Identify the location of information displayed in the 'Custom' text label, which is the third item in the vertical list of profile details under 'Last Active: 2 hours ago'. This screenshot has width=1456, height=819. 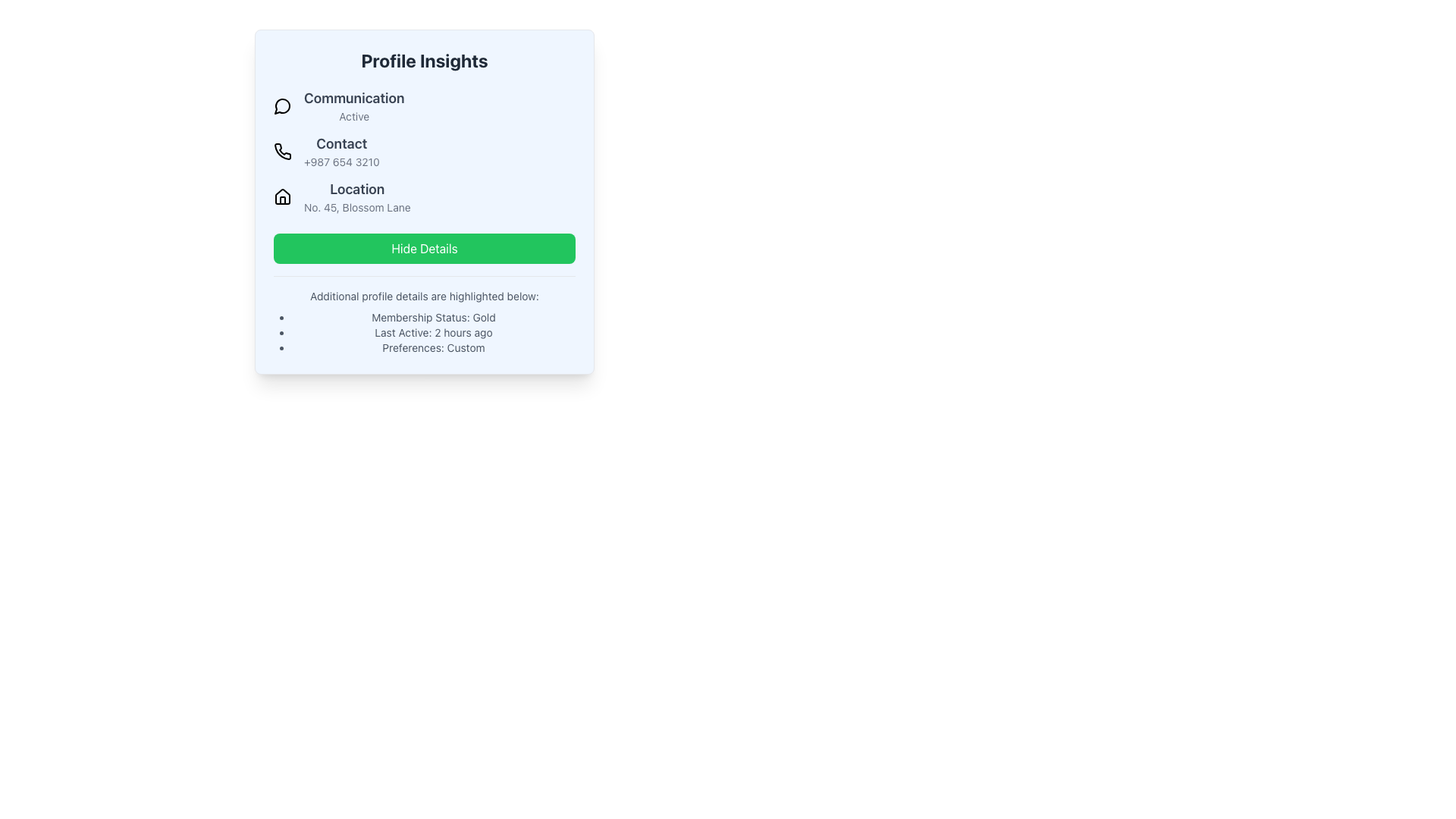
(432, 348).